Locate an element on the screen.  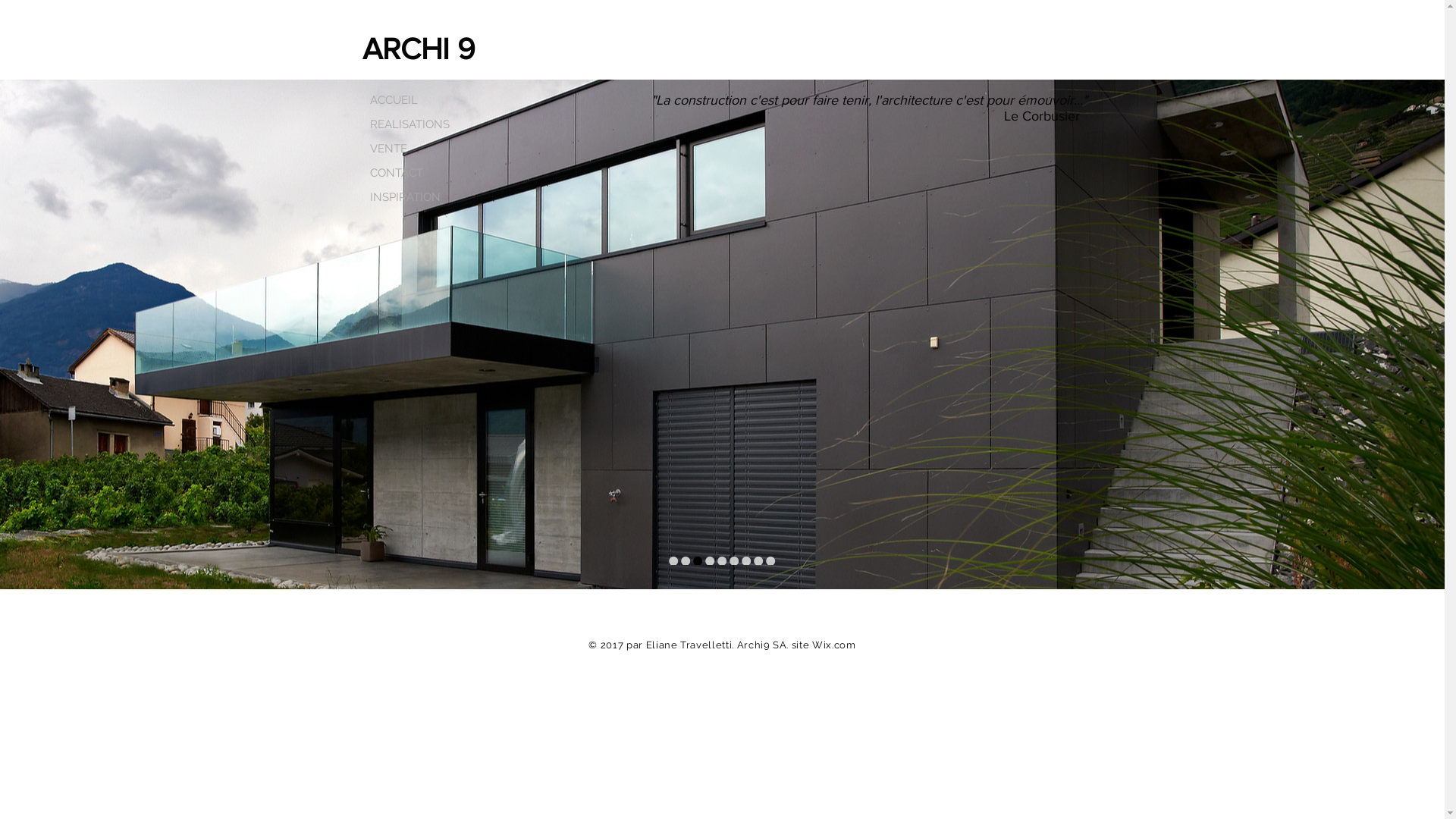
'ARCHI 9' is located at coordinates (362, 48).